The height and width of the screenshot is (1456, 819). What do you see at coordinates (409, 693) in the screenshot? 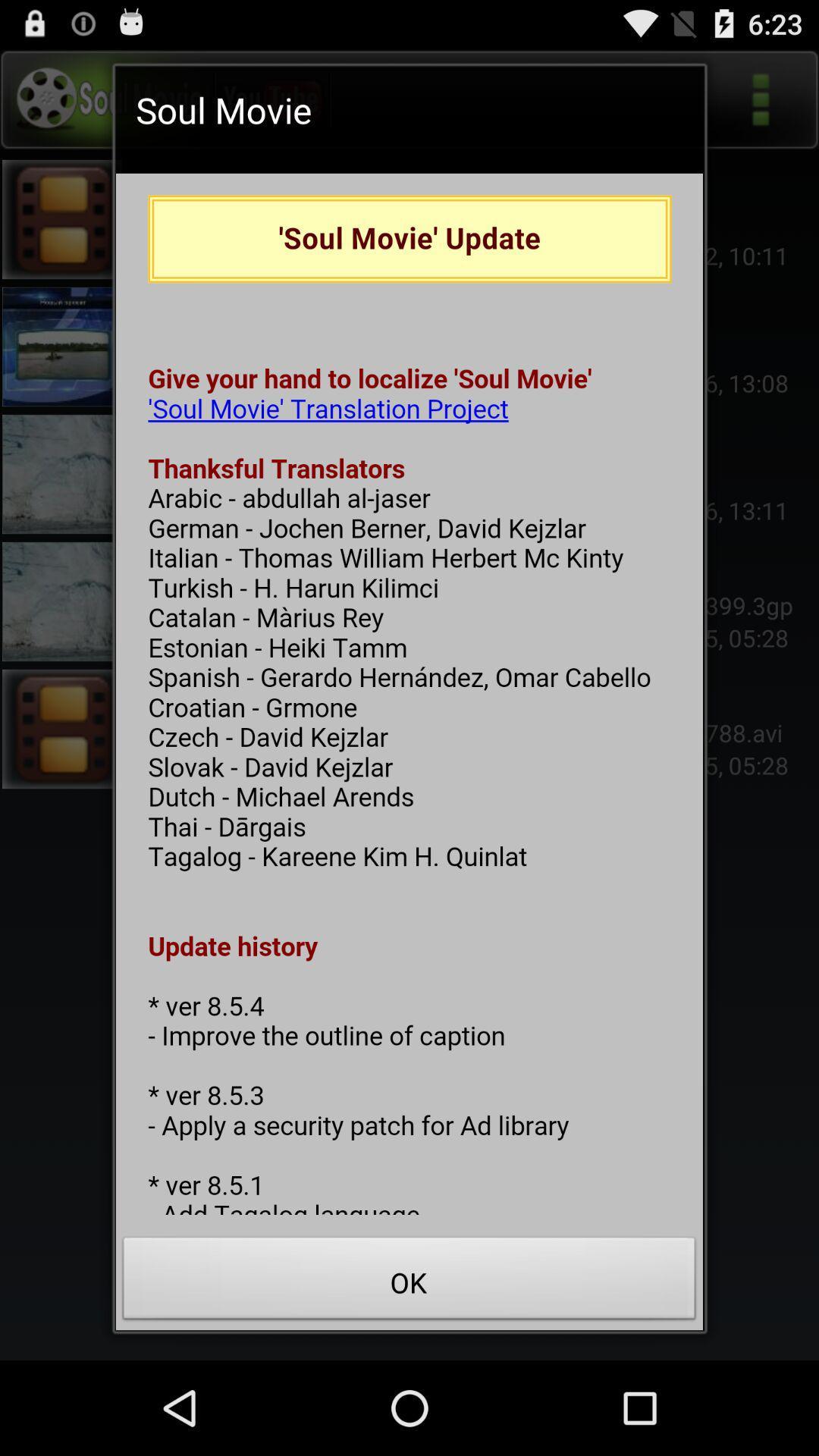
I see `share the article` at bounding box center [409, 693].